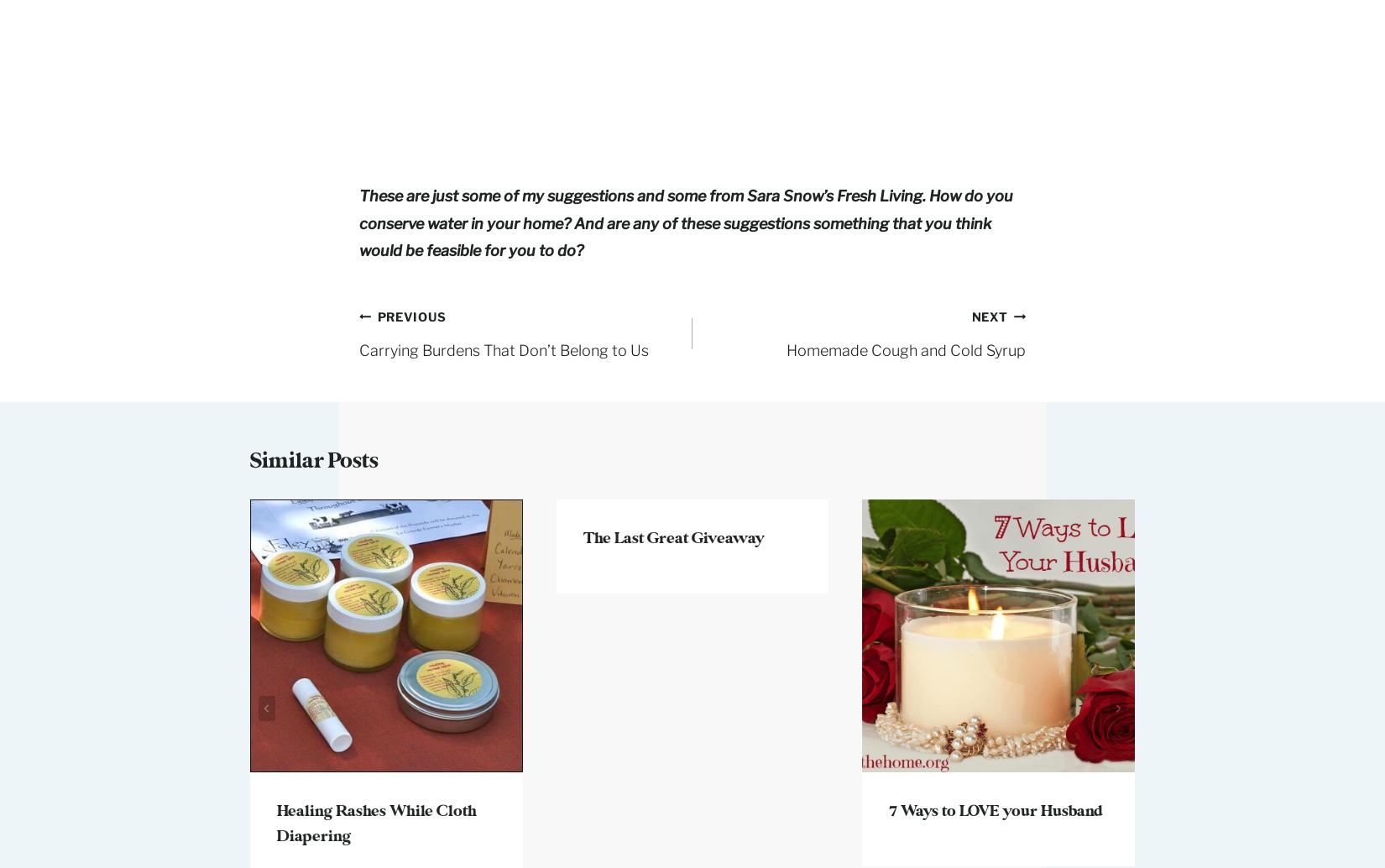  Describe the element at coordinates (1283, 552) in the screenshot. I see `'Living Simple Saturdays- From Clutter to Clarity'` at that location.